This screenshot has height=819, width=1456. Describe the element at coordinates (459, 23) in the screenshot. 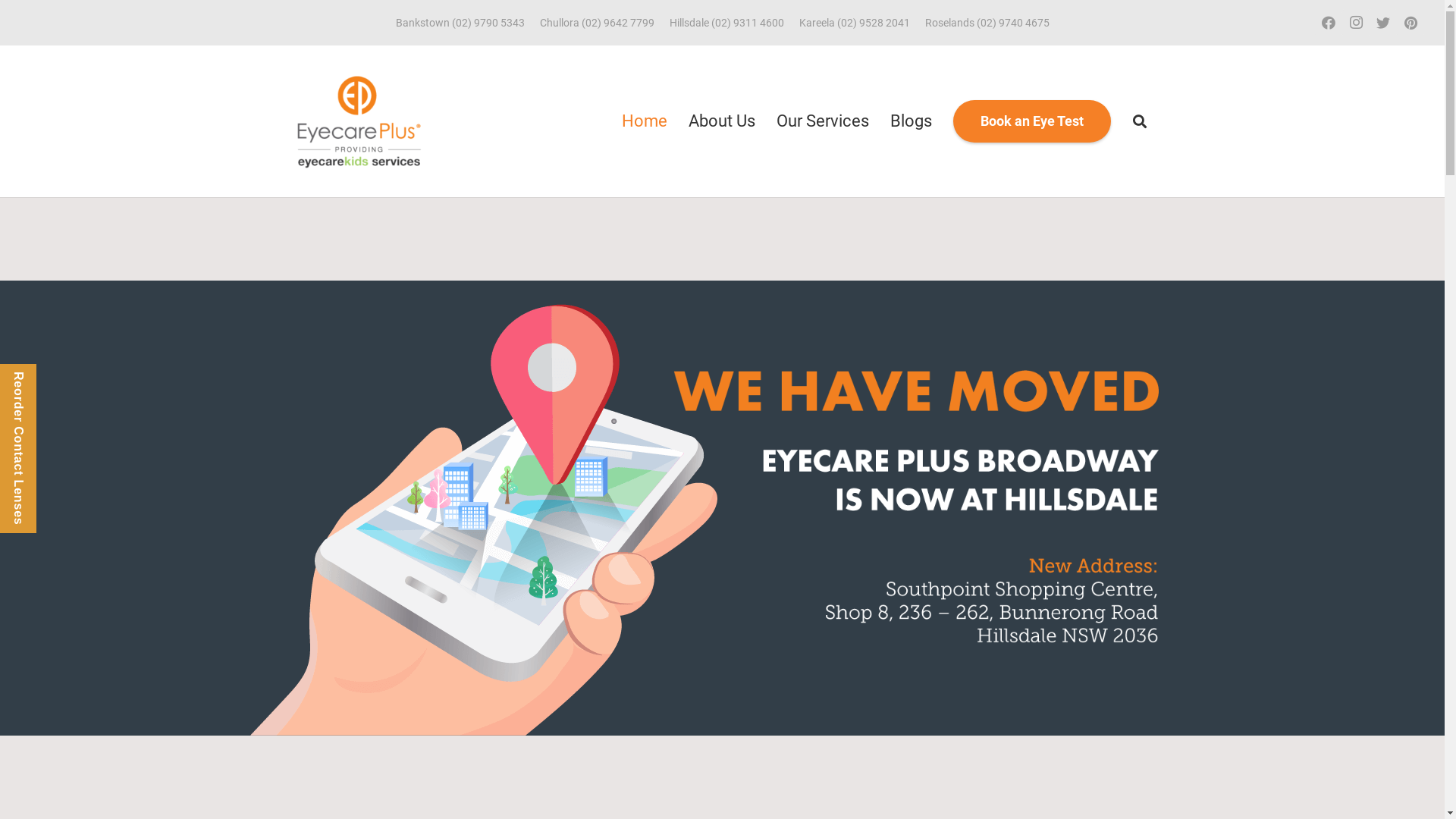

I see `'Bankstown (02) 9790 5343'` at that location.